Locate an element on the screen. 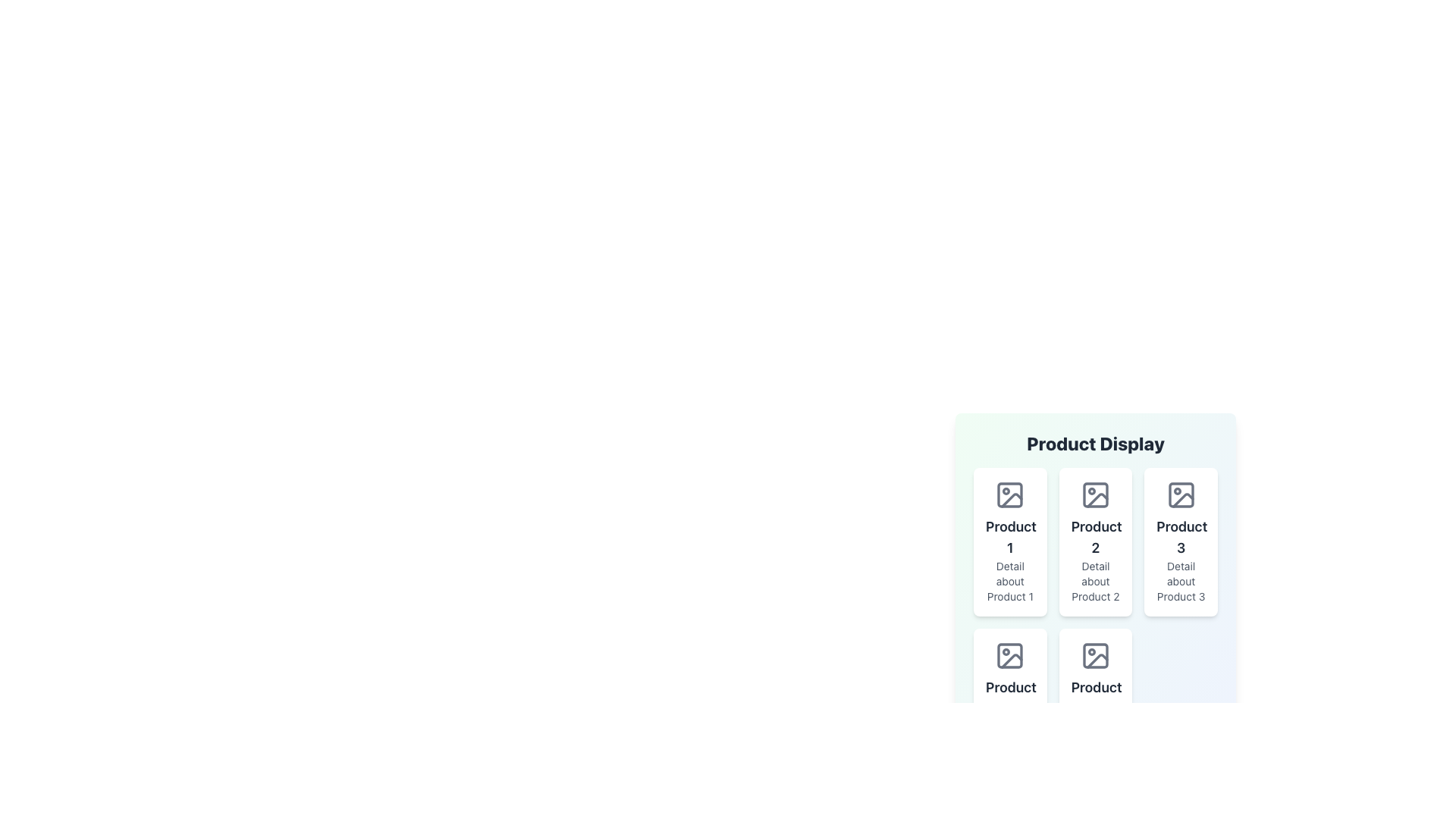 The width and height of the screenshot is (1456, 819). the bolded text label displaying 'Product Display', which is styled with a large font size and centered alignment, located at the top center of a card-like layout is located at coordinates (1095, 444).